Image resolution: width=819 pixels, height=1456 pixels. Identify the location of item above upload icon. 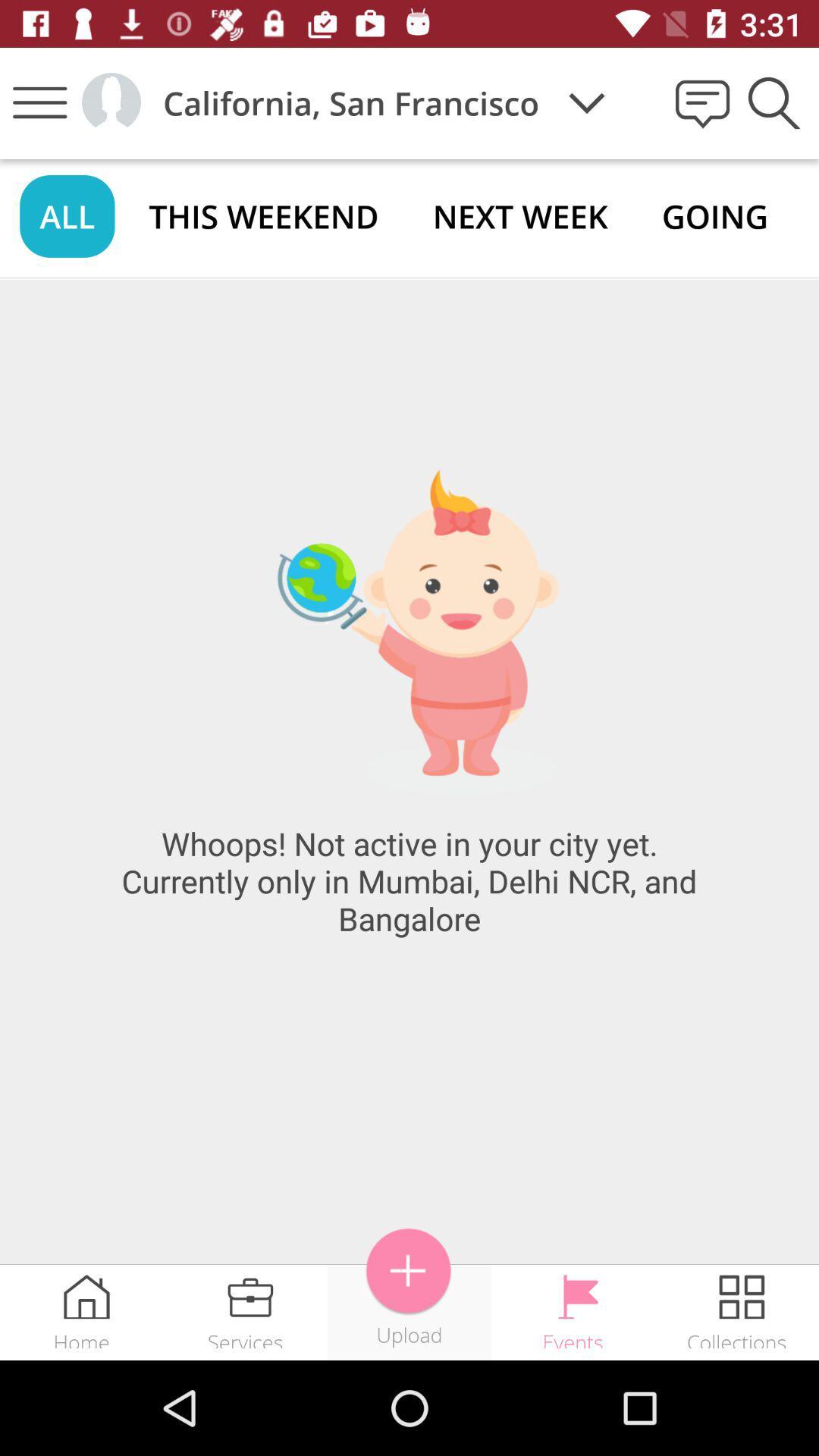
(408, 1271).